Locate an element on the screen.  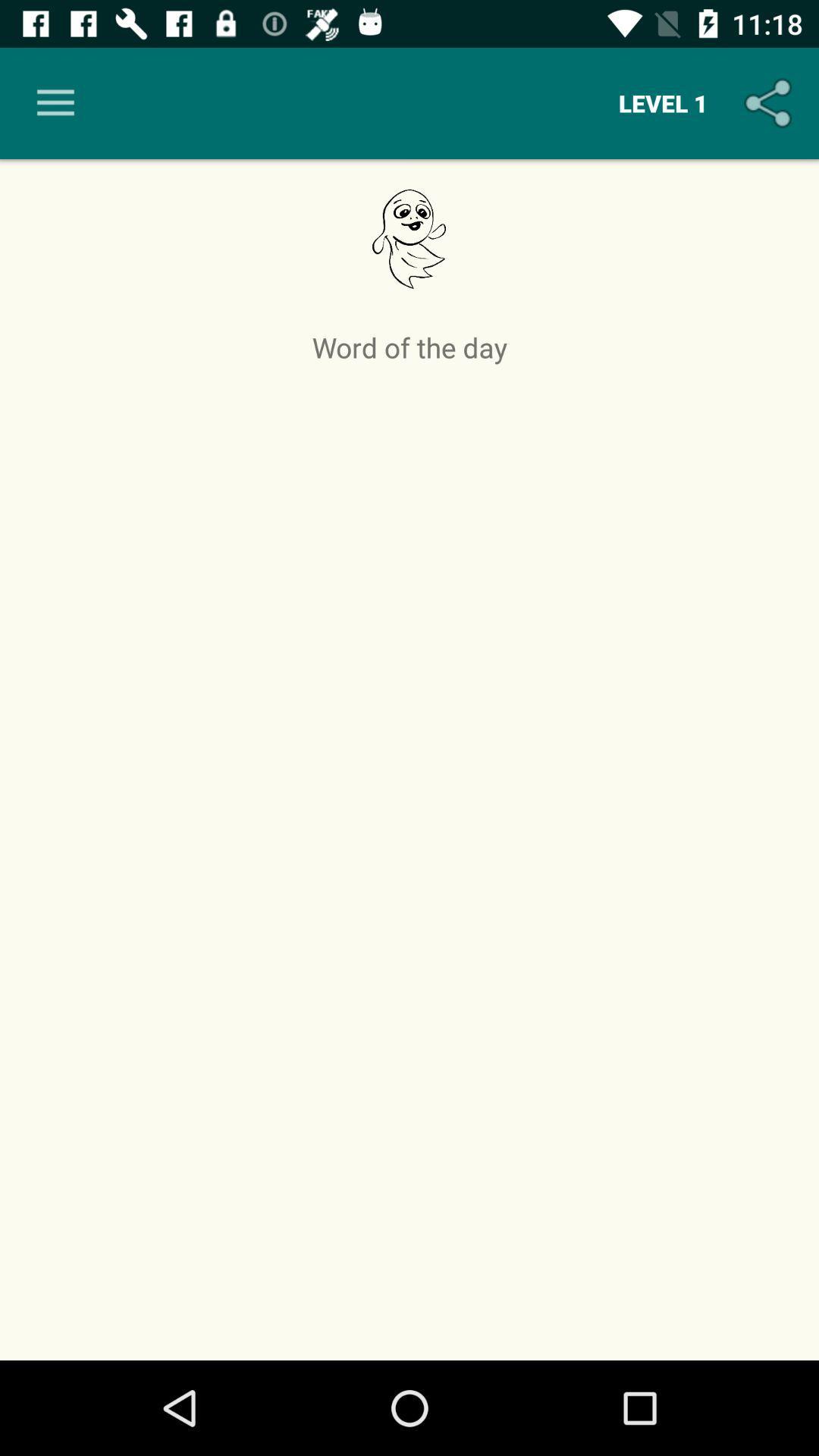
level 1 item is located at coordinates (662, 102).